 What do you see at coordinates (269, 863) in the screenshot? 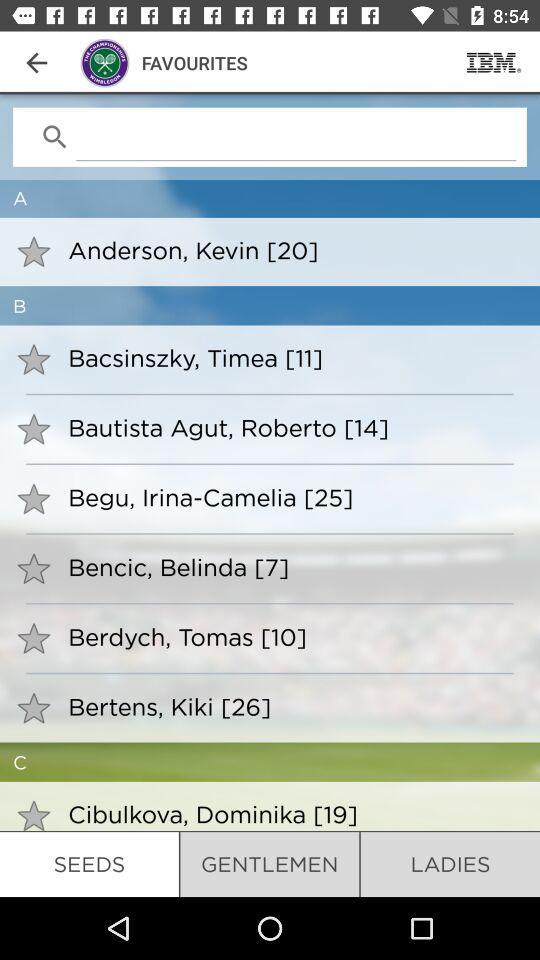
I see `icon below cibulkova, dominika [19] icon` at bounding box center [269, 863].